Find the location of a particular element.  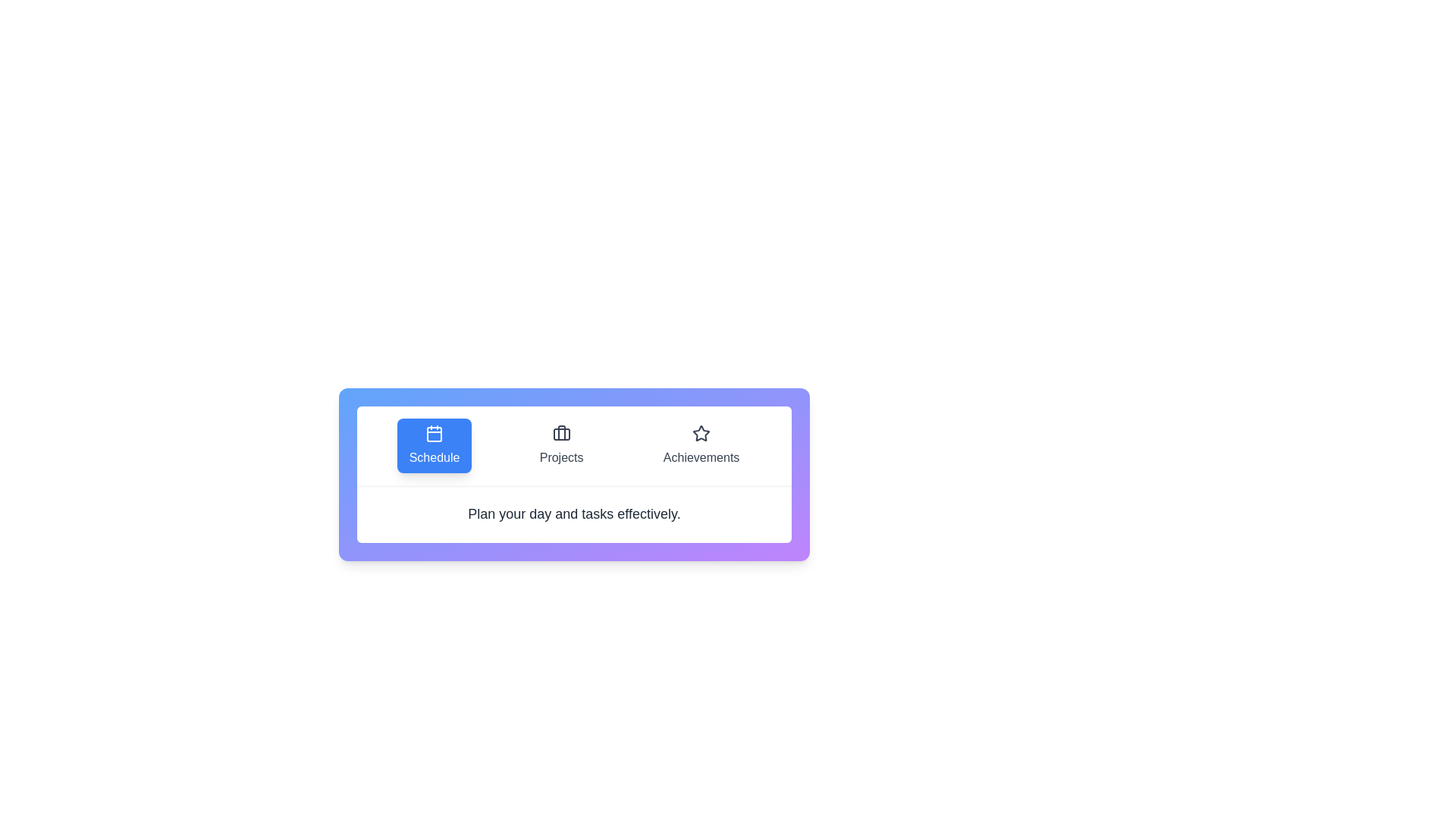

the tab labeled Achievements is located at coordinates (701, 444).